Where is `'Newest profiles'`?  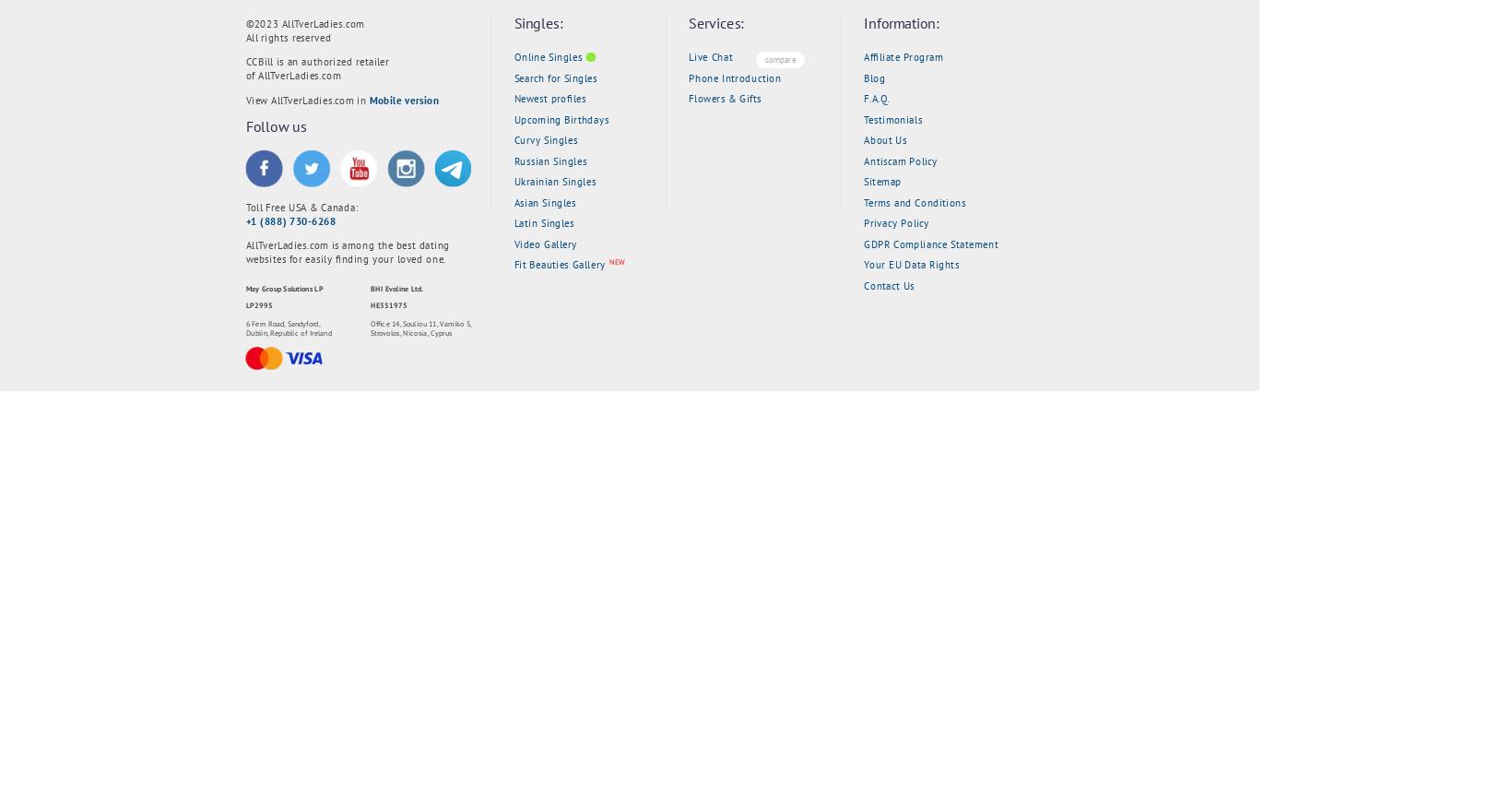 'Newest profiles' is located at coordinates (513, 97).